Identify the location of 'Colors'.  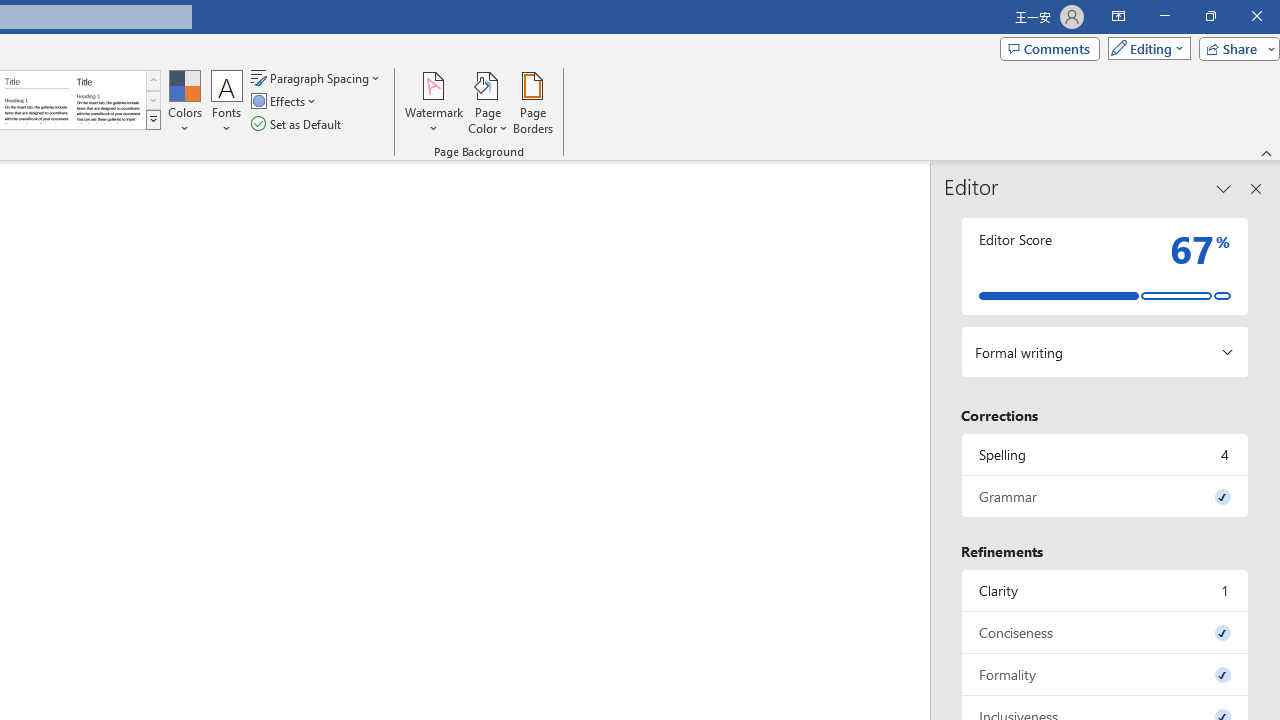
(184, 103).